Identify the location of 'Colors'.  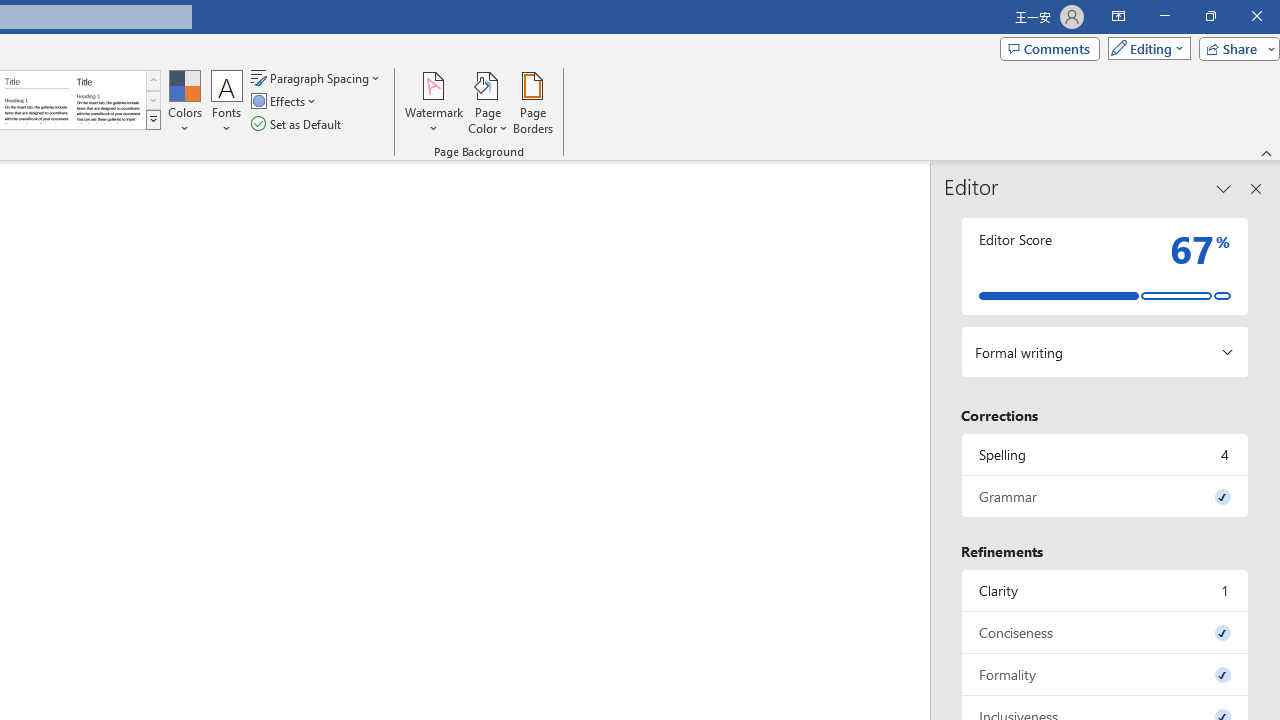
(184, 103).